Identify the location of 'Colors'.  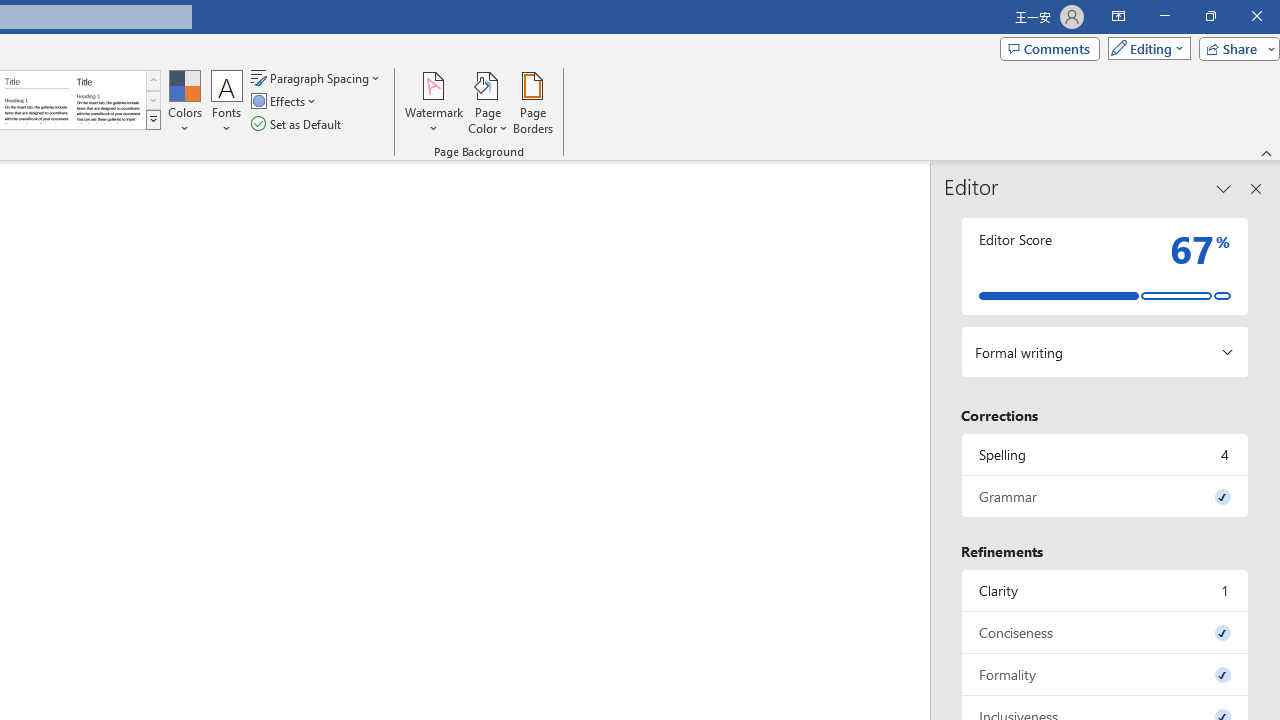
(184, 103).